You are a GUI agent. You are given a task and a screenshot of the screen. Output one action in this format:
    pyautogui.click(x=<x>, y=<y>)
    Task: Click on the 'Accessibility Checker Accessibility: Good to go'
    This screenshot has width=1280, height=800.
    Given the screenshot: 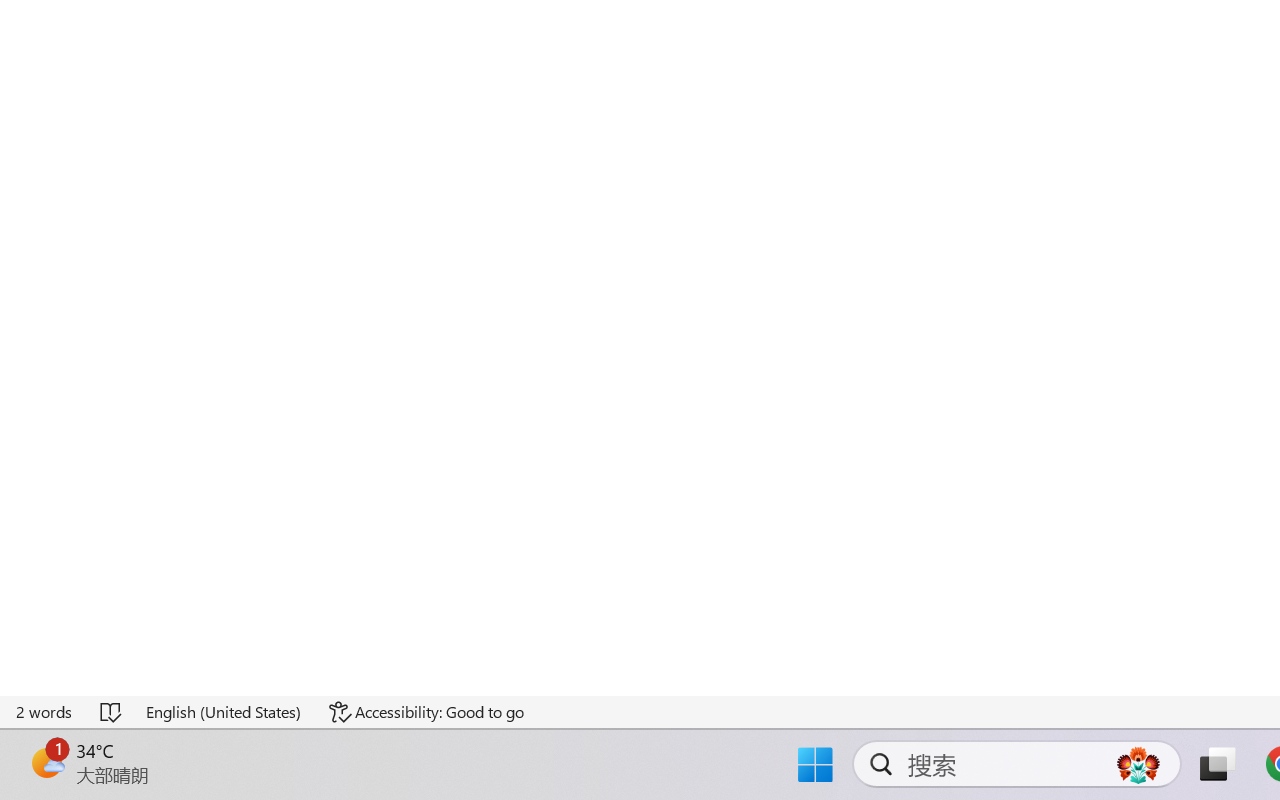 What is the action you would take?
    pyautogui.click(x=397, y=743)
    